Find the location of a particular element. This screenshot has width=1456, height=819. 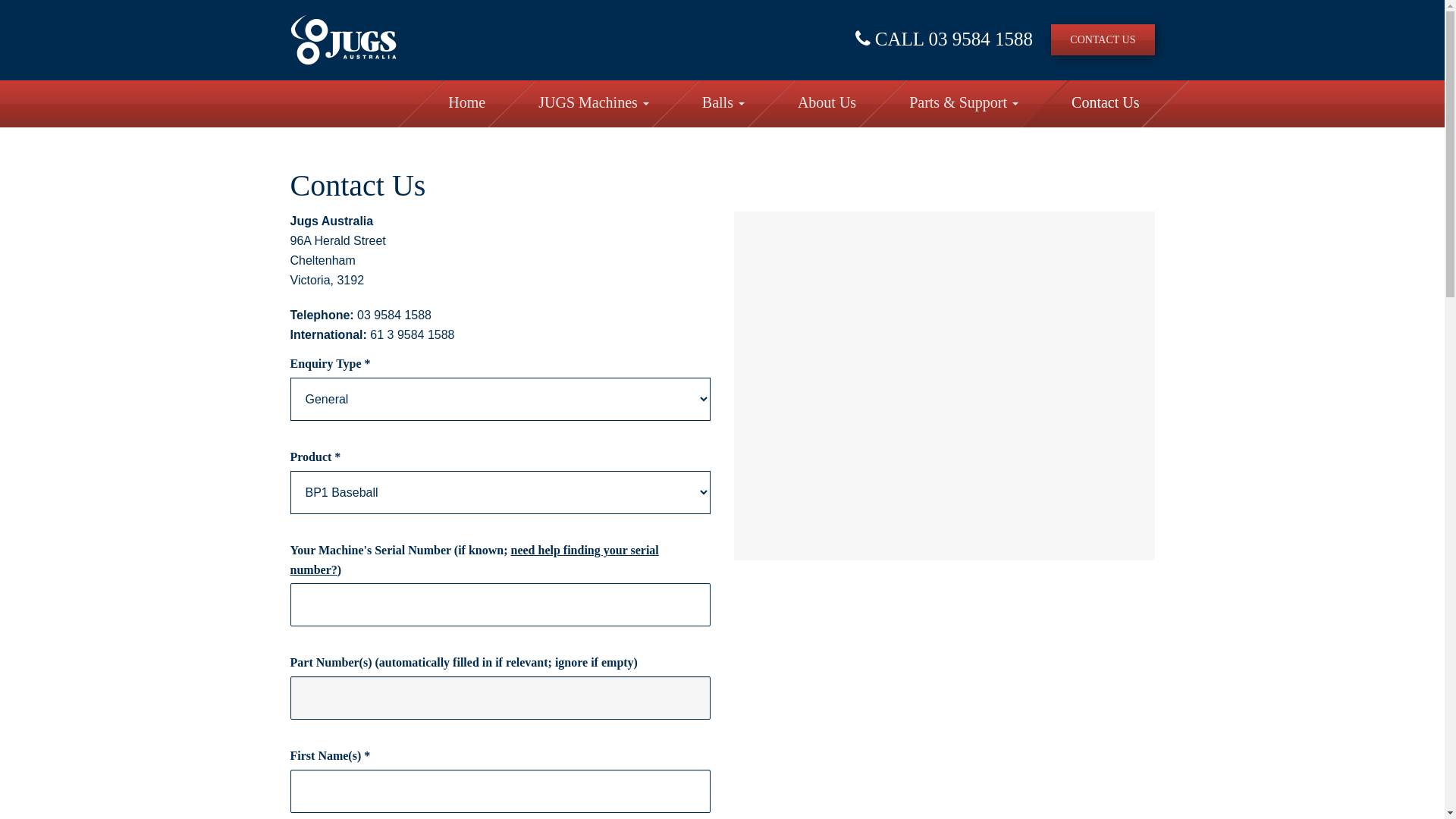

'Parts & Support' is located at coordinates (963, 103).